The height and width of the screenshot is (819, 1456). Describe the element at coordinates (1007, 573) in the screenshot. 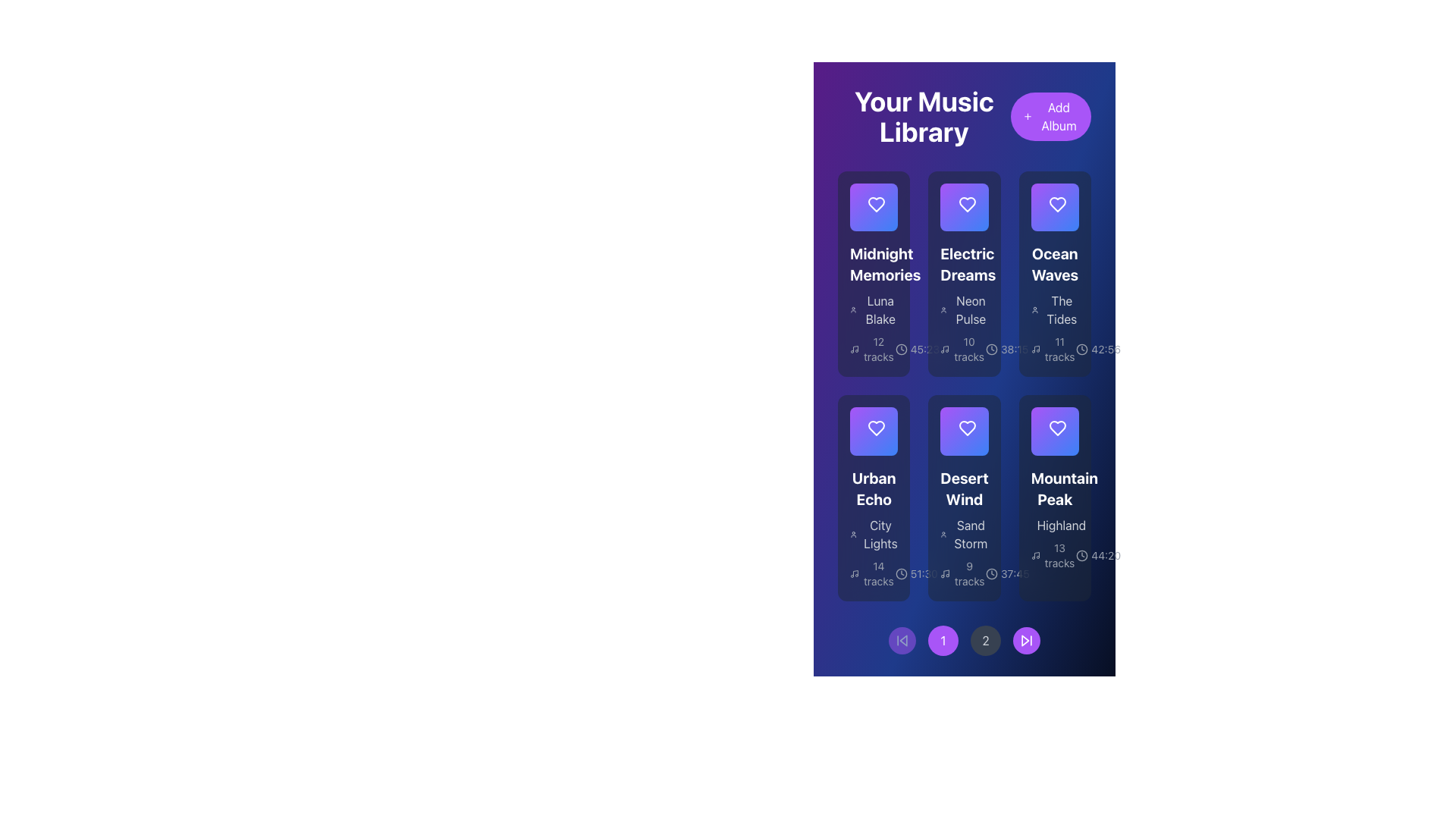

I see `the small clock icon displaying '37:45'` at that location.